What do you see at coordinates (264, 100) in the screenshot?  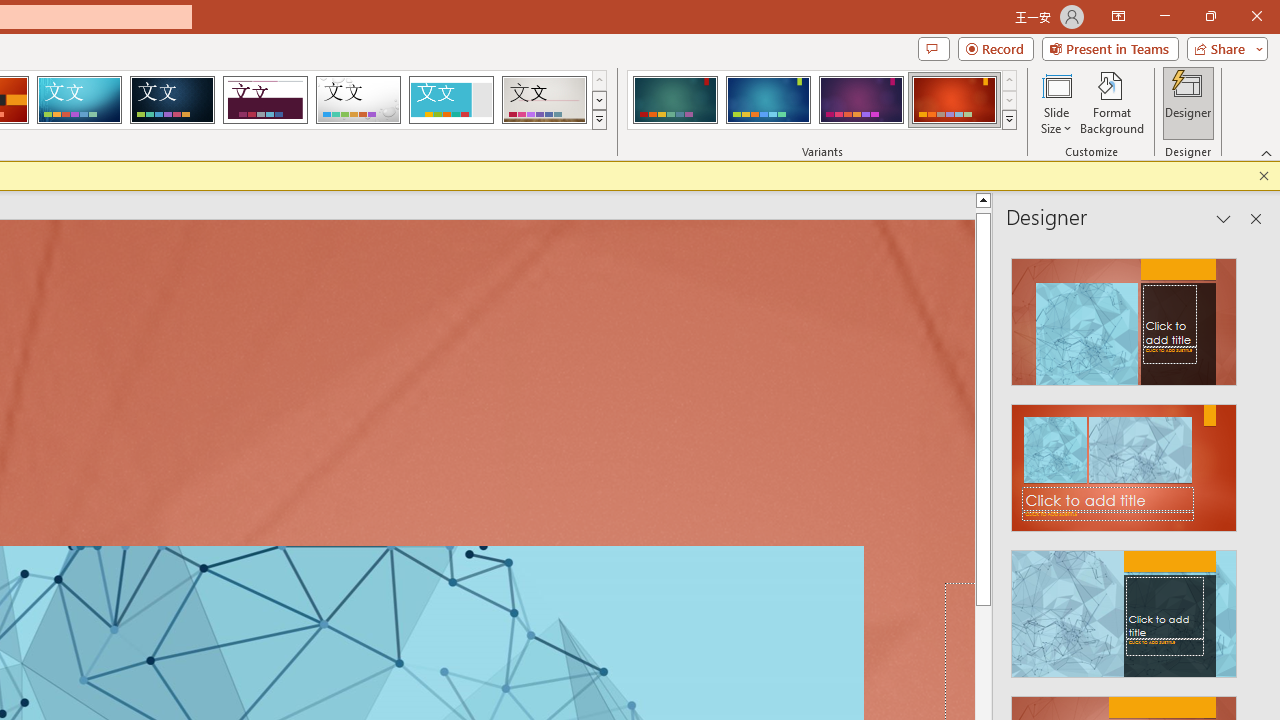 I see `'Dividend'` at bounding box center [264, 100].